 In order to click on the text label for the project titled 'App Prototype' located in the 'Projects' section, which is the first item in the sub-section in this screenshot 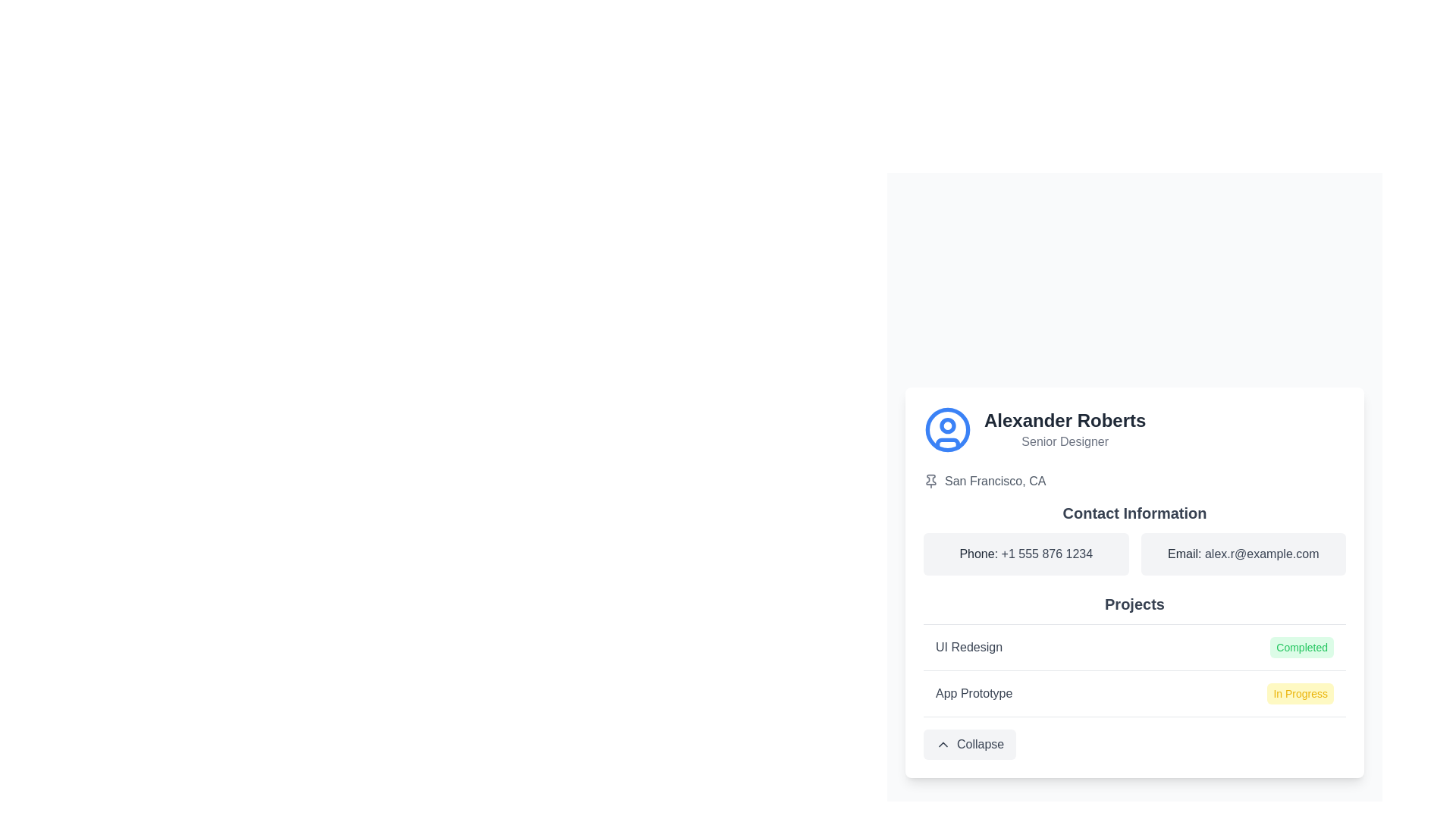, I will do `click(974, 693)`.